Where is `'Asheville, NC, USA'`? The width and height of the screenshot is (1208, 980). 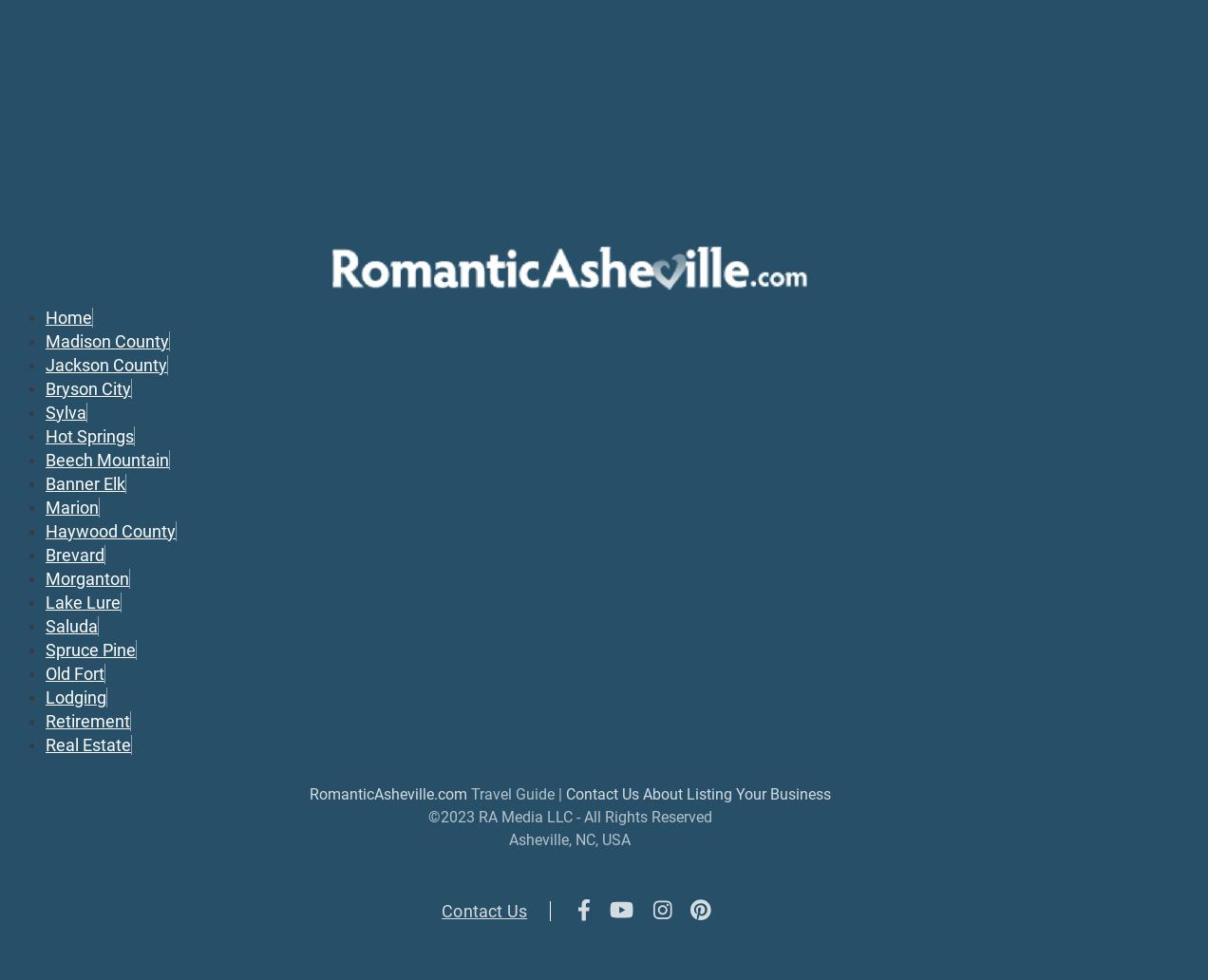
'Asheville, NC, USA' is located at coordinates (570, 839).